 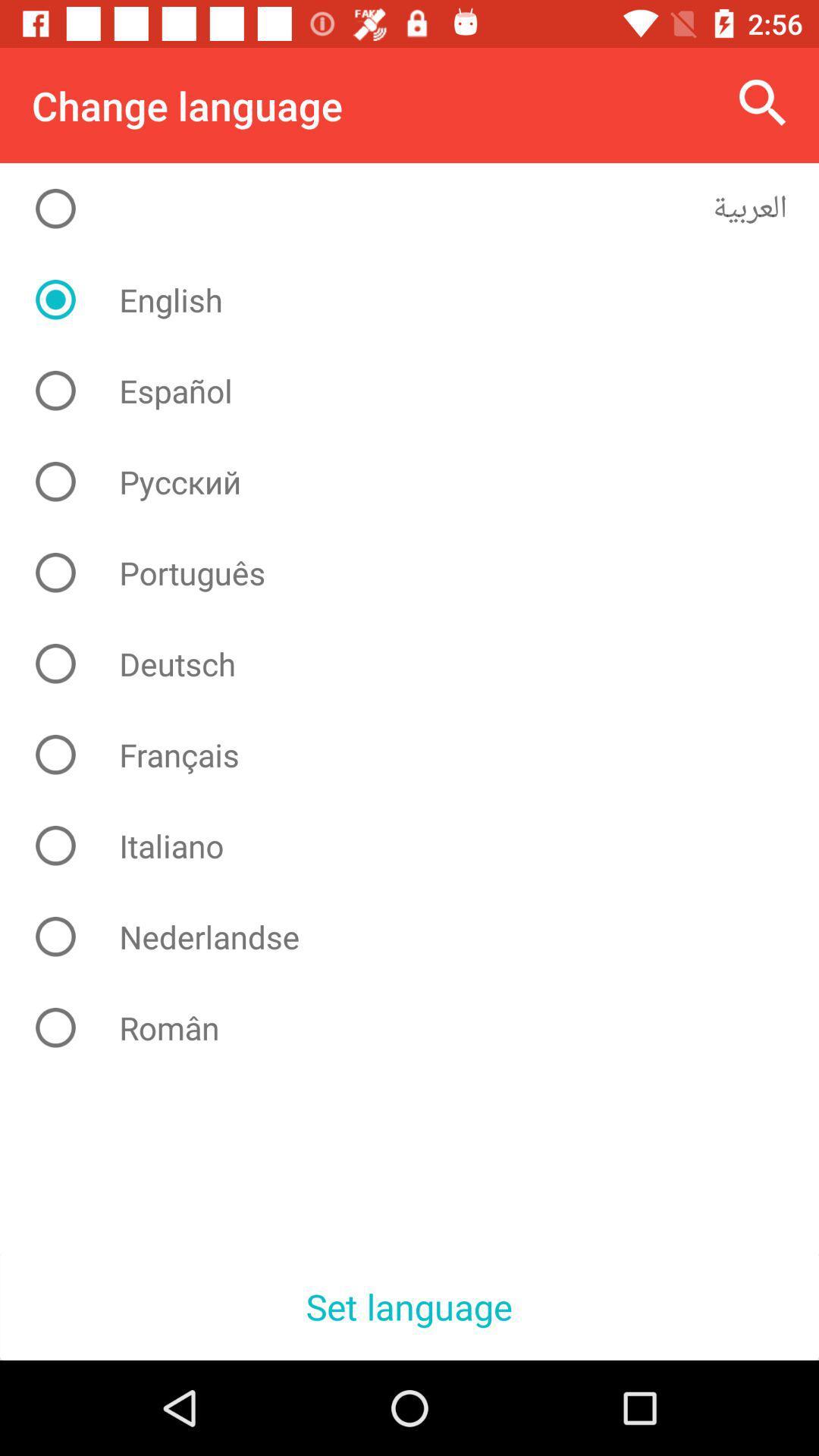 I want to click on item above set language, so click(x=421, y=1028).